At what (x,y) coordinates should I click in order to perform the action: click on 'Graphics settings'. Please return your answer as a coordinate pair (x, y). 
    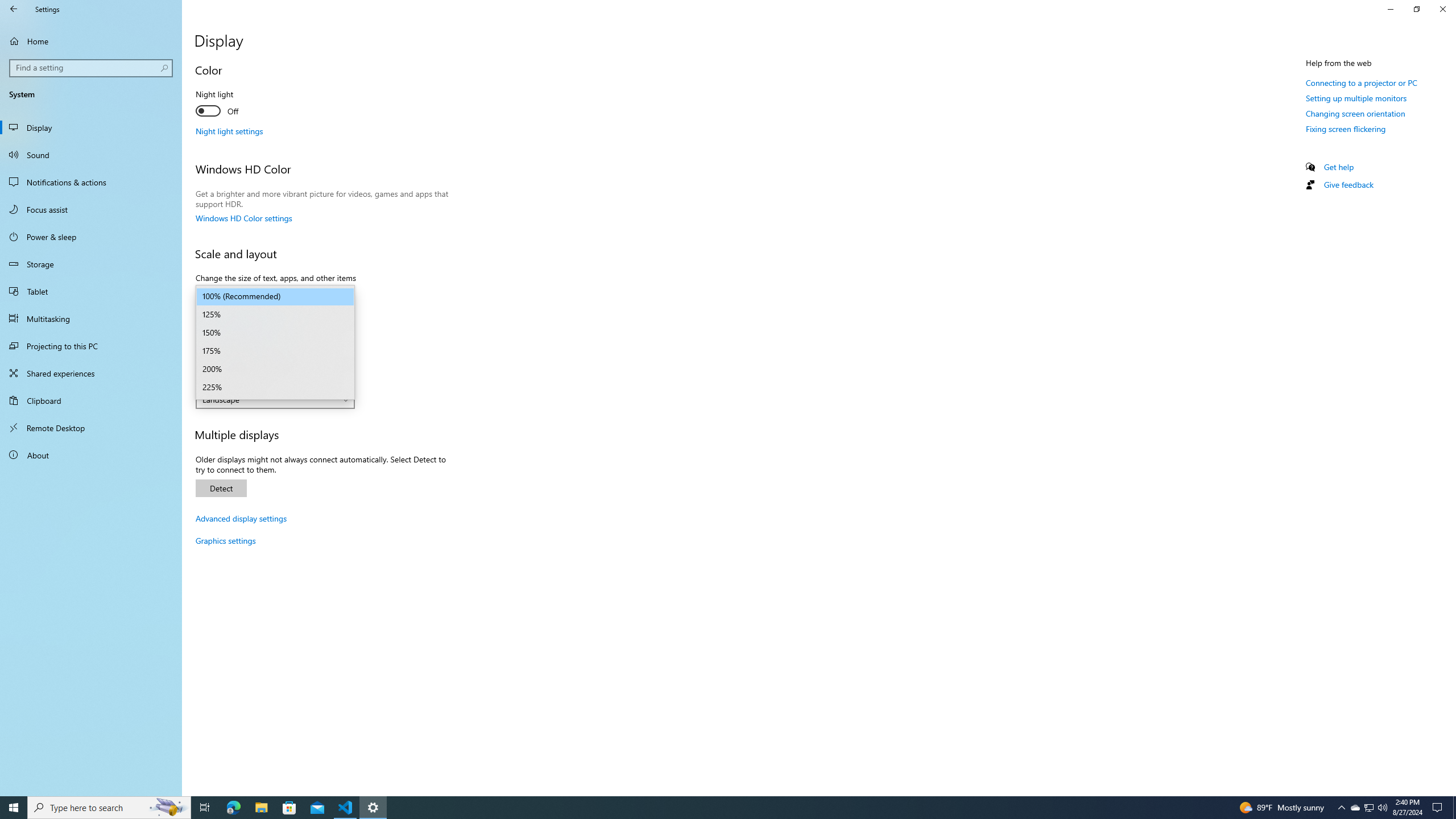
    Looking at the image, I should click on (225, 540).